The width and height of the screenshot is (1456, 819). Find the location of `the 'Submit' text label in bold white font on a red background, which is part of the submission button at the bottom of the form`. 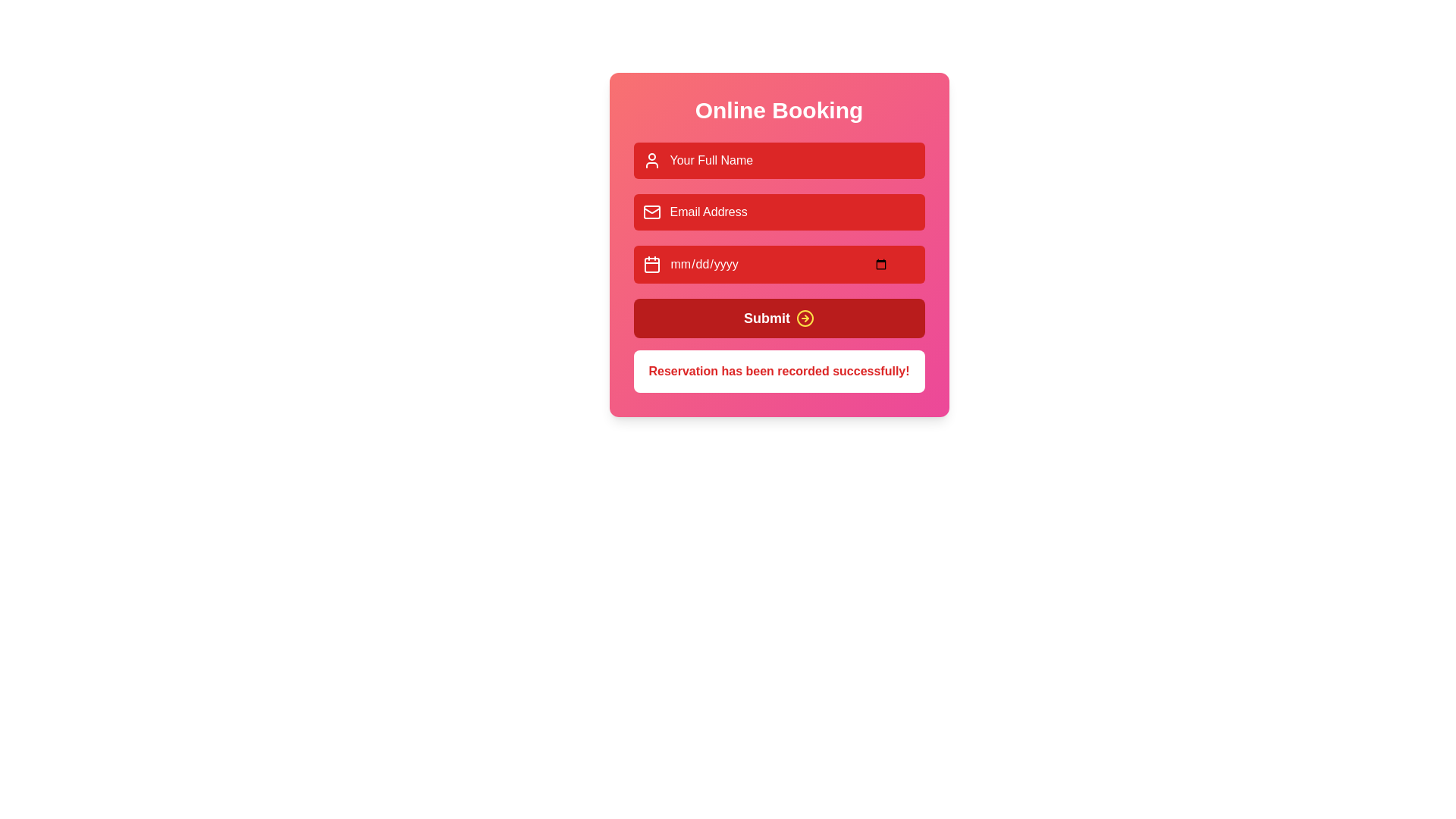

the 'Submit' text label in bold white font on a red background, which is part of the submission button at the bottom of the form is located at coordinates (767, 318).